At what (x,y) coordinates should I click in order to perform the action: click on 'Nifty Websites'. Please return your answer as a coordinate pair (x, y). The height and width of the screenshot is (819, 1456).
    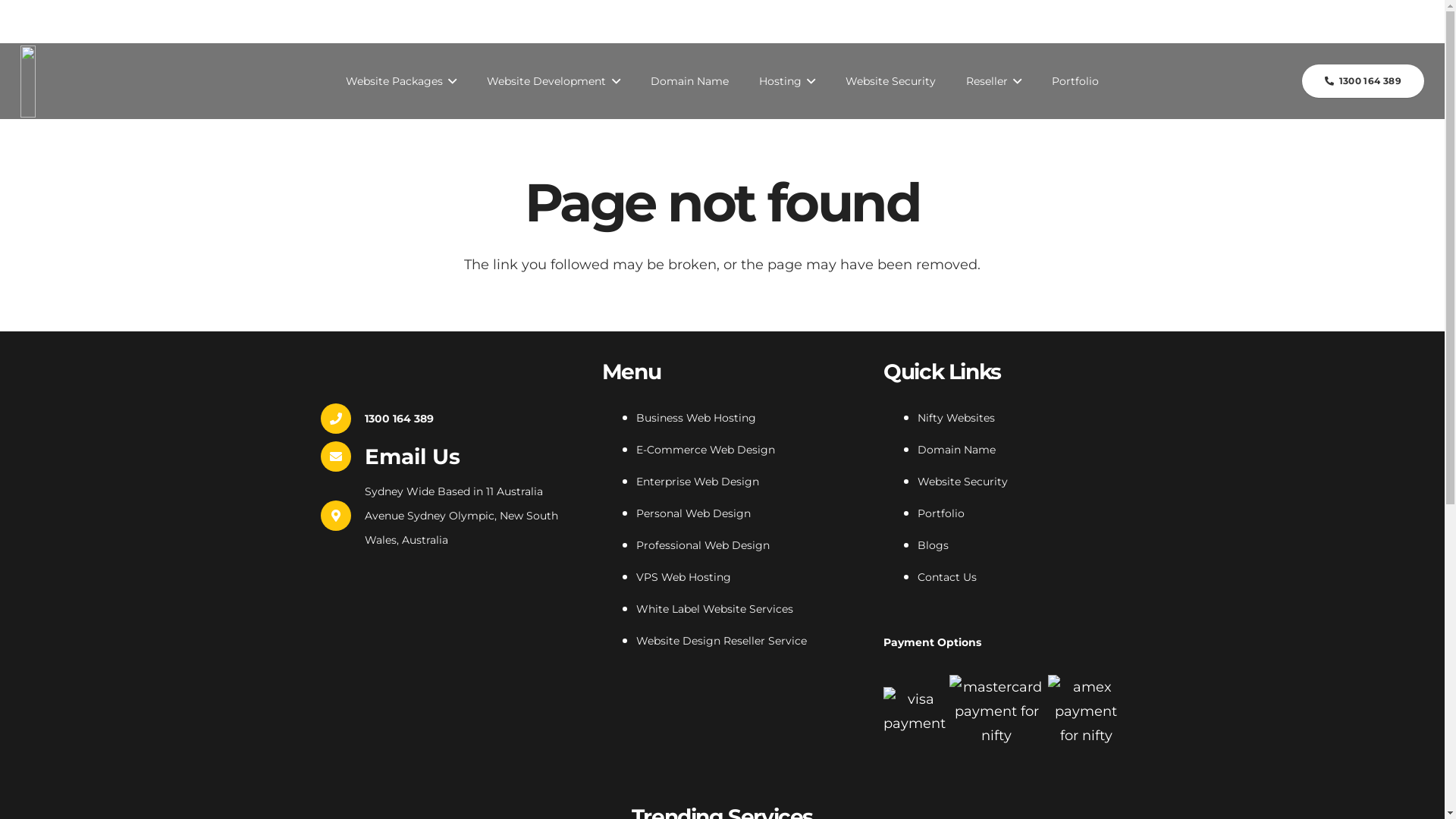
    Looking at the image, I should click on (955, 418).